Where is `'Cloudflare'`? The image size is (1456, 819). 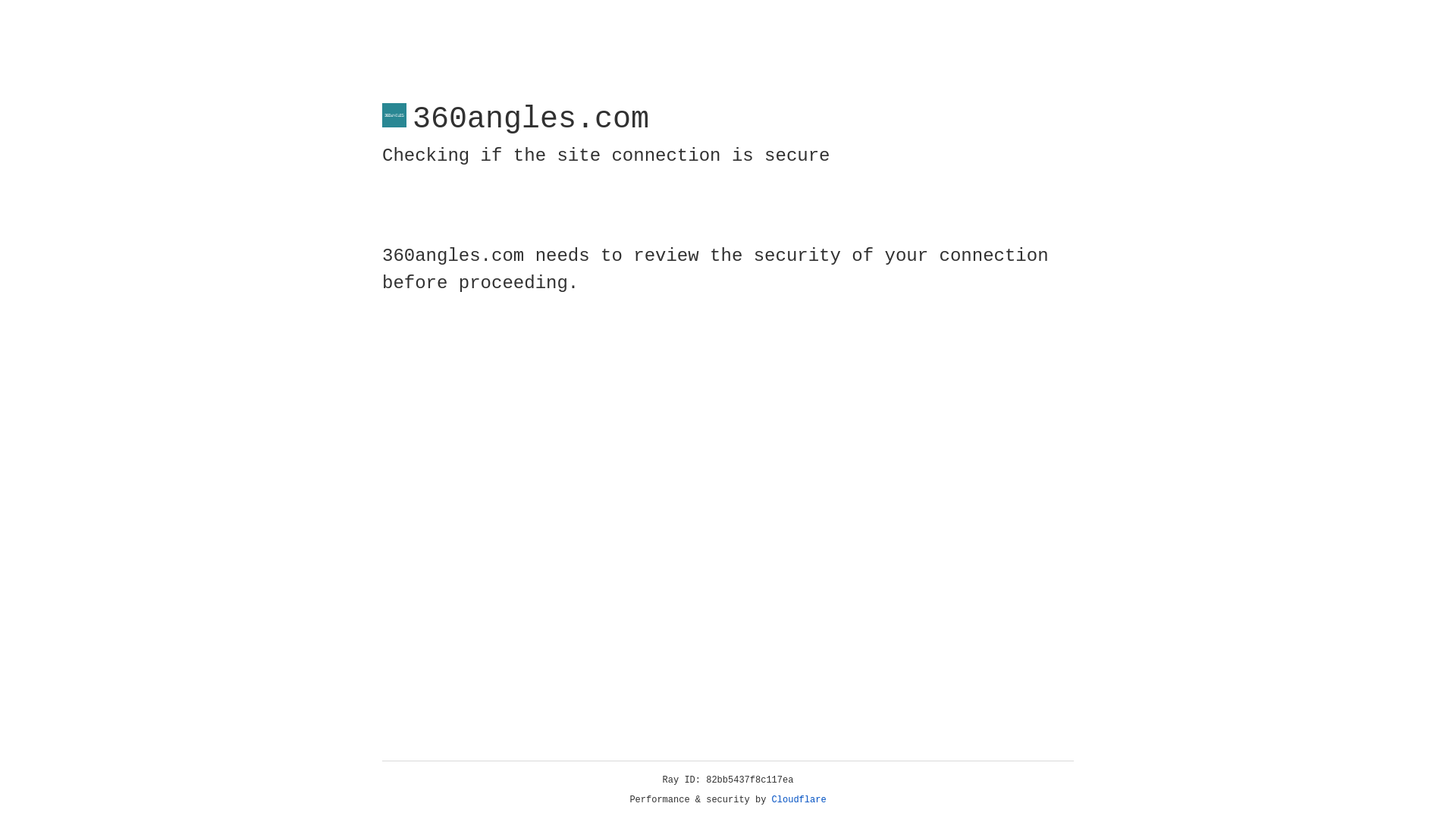
'Cloudflare' is located at coordinates (799, 799).